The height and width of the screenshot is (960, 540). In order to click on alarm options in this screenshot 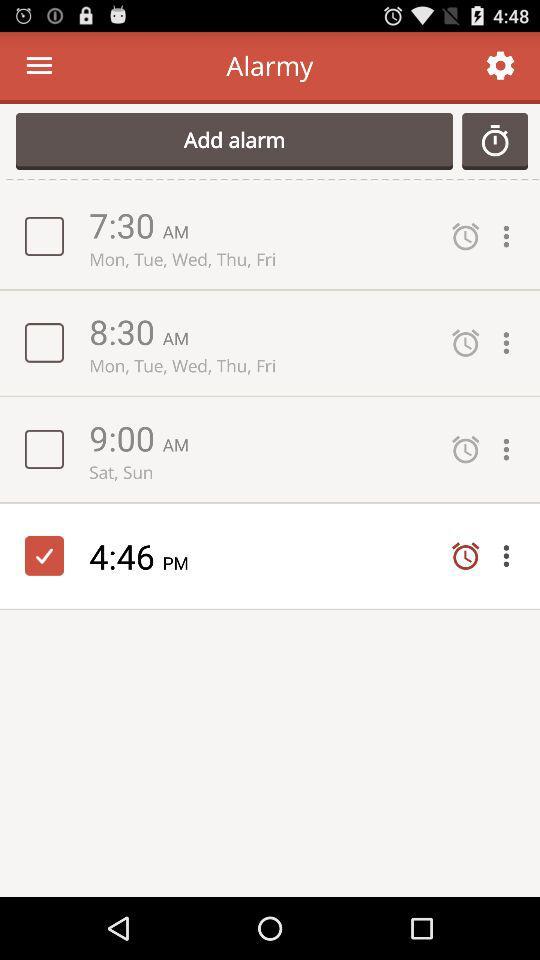, I will do `click(511, 556)`.